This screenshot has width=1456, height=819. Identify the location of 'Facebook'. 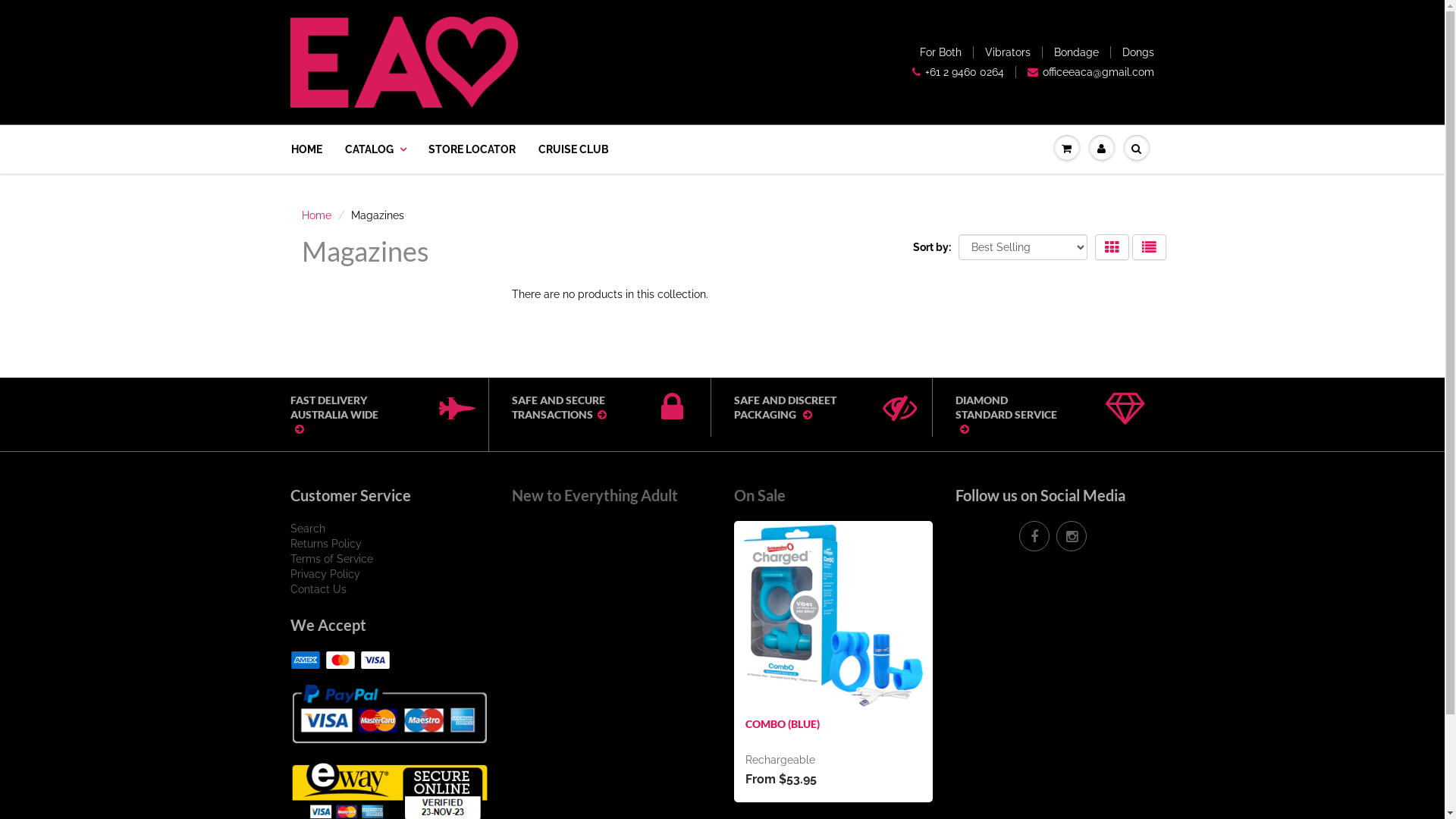
(1033, 535).